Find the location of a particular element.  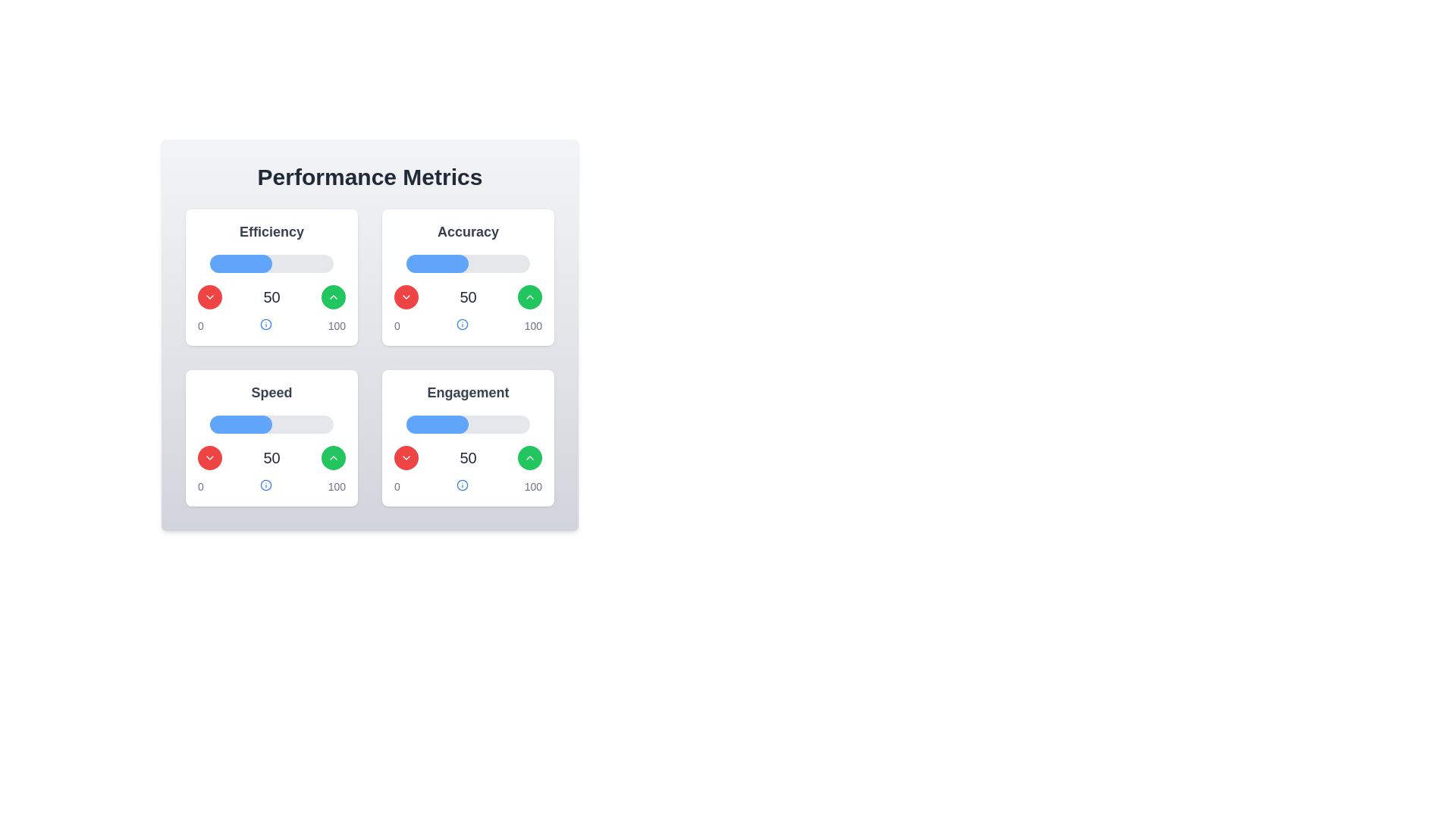

the chevron icon located in the bottom-left corner of the 'Engagement' card, next to the number '50' is located at coordinates (406, 457).